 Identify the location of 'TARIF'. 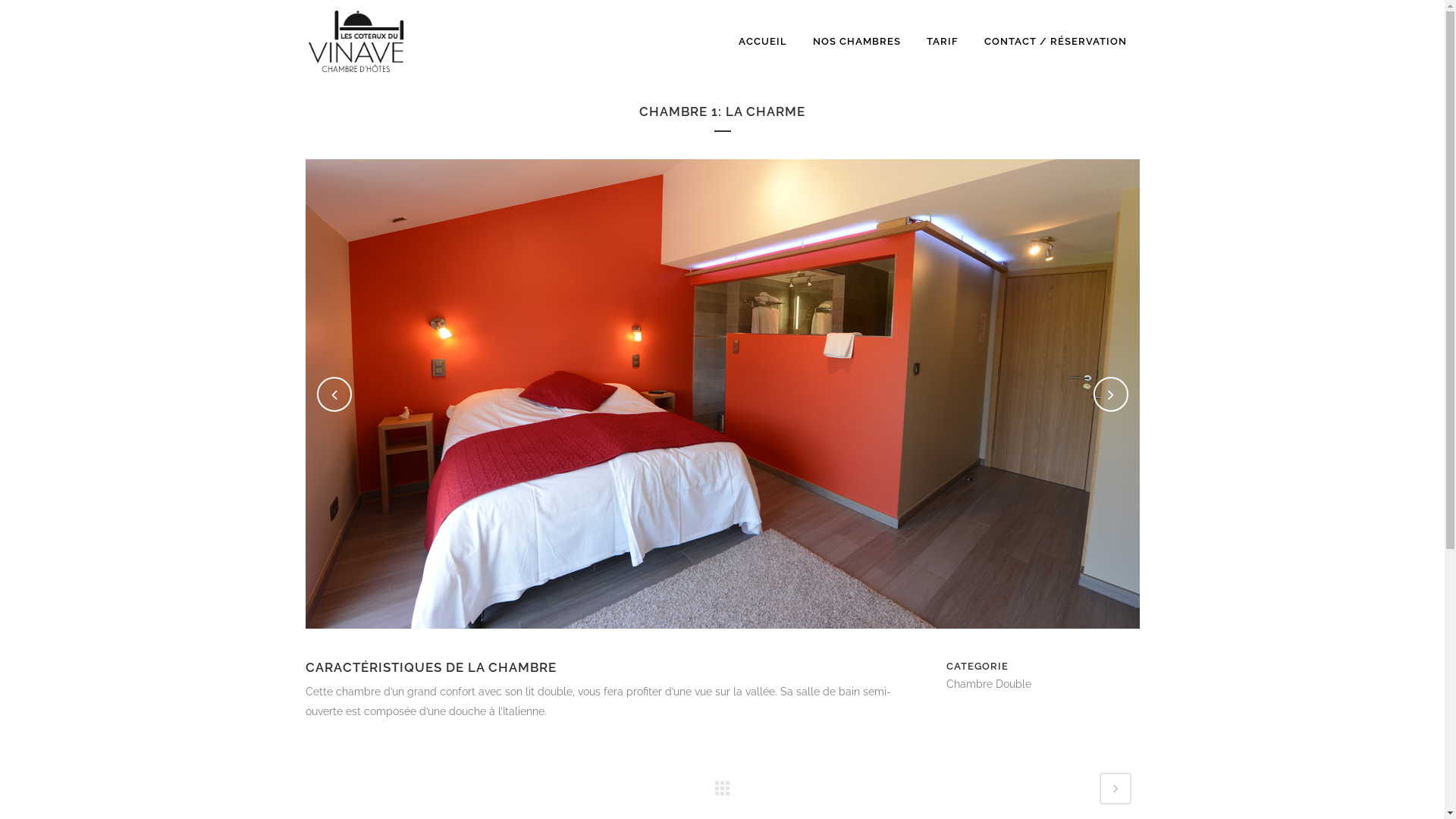
(941, 40).